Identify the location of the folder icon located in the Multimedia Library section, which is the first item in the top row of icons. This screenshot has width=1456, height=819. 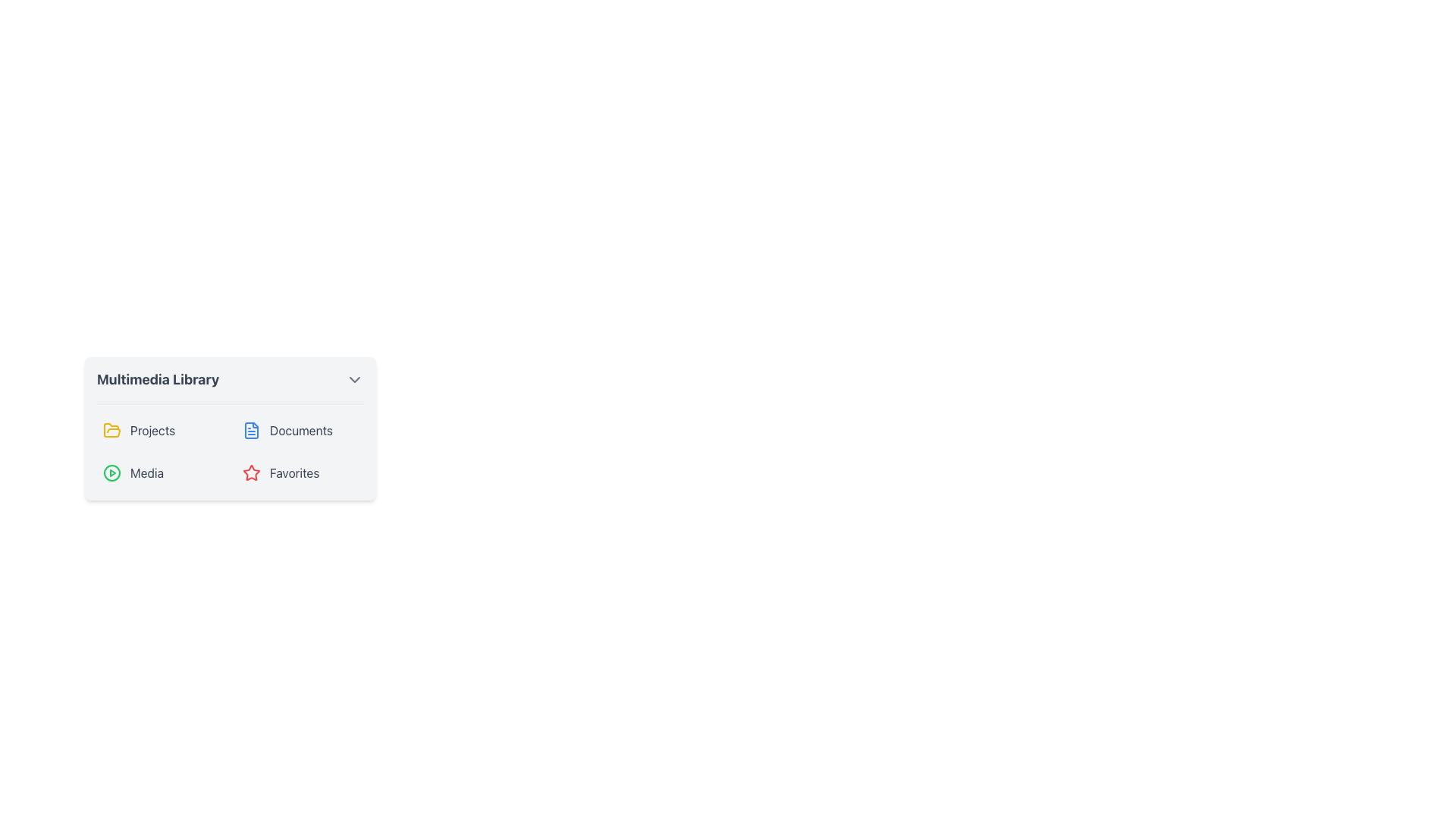
(111, 430).